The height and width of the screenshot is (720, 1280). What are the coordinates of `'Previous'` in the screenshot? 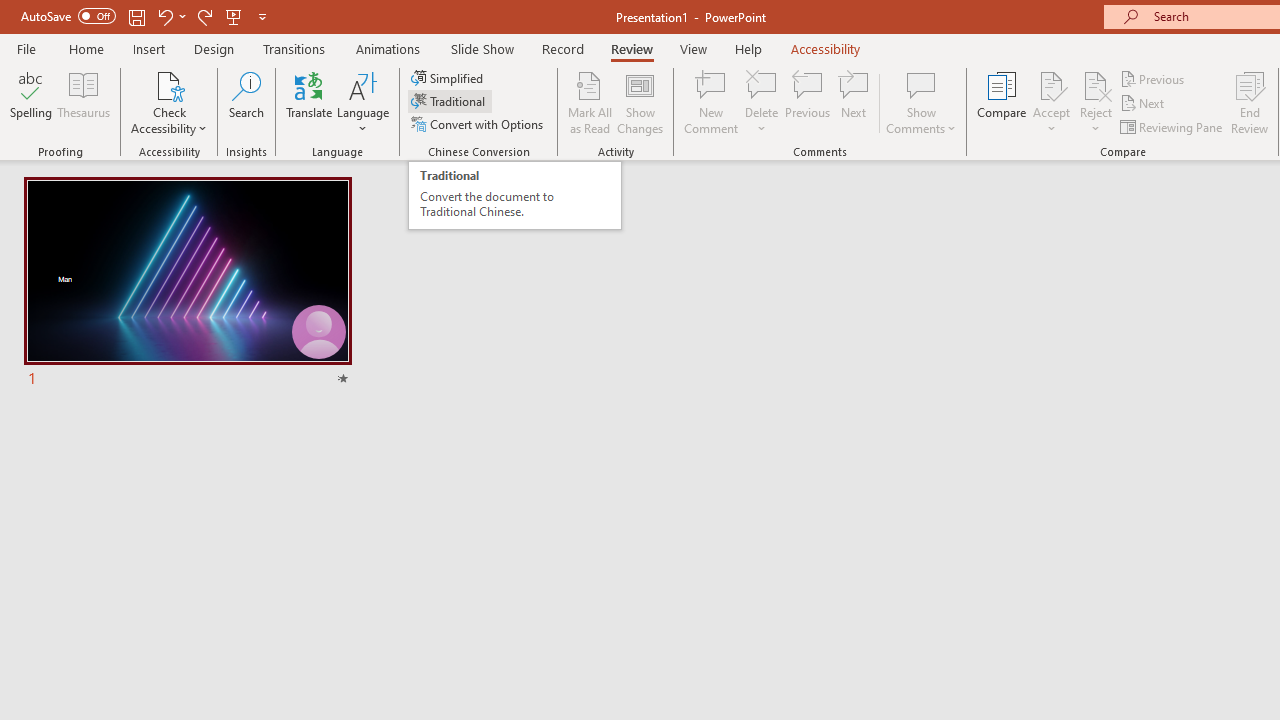 It's located at (1153, 78).